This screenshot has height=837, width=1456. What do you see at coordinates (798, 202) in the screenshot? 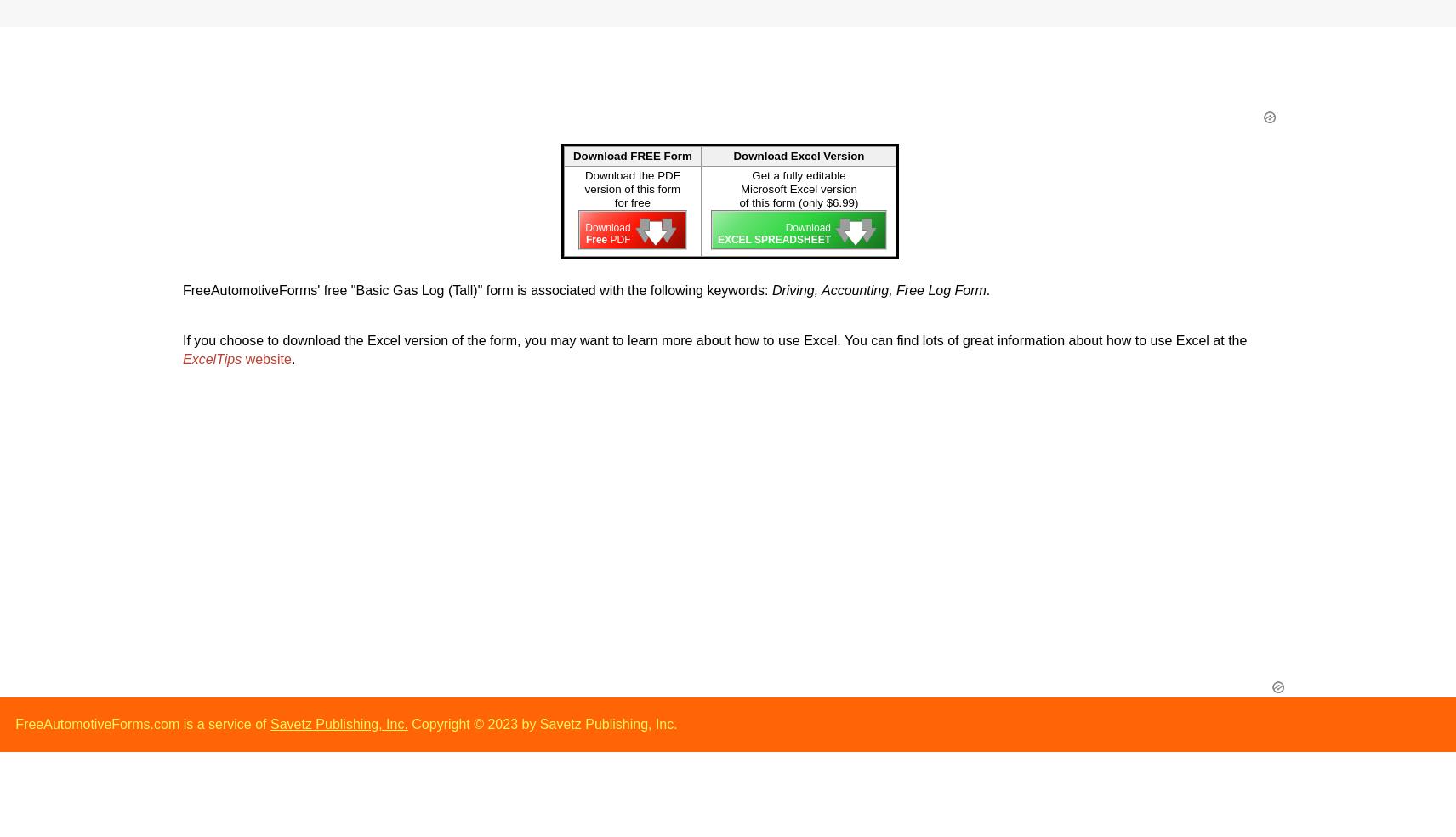
I see `'of this form (only $6.99)'` at bounding box center [798, 202].